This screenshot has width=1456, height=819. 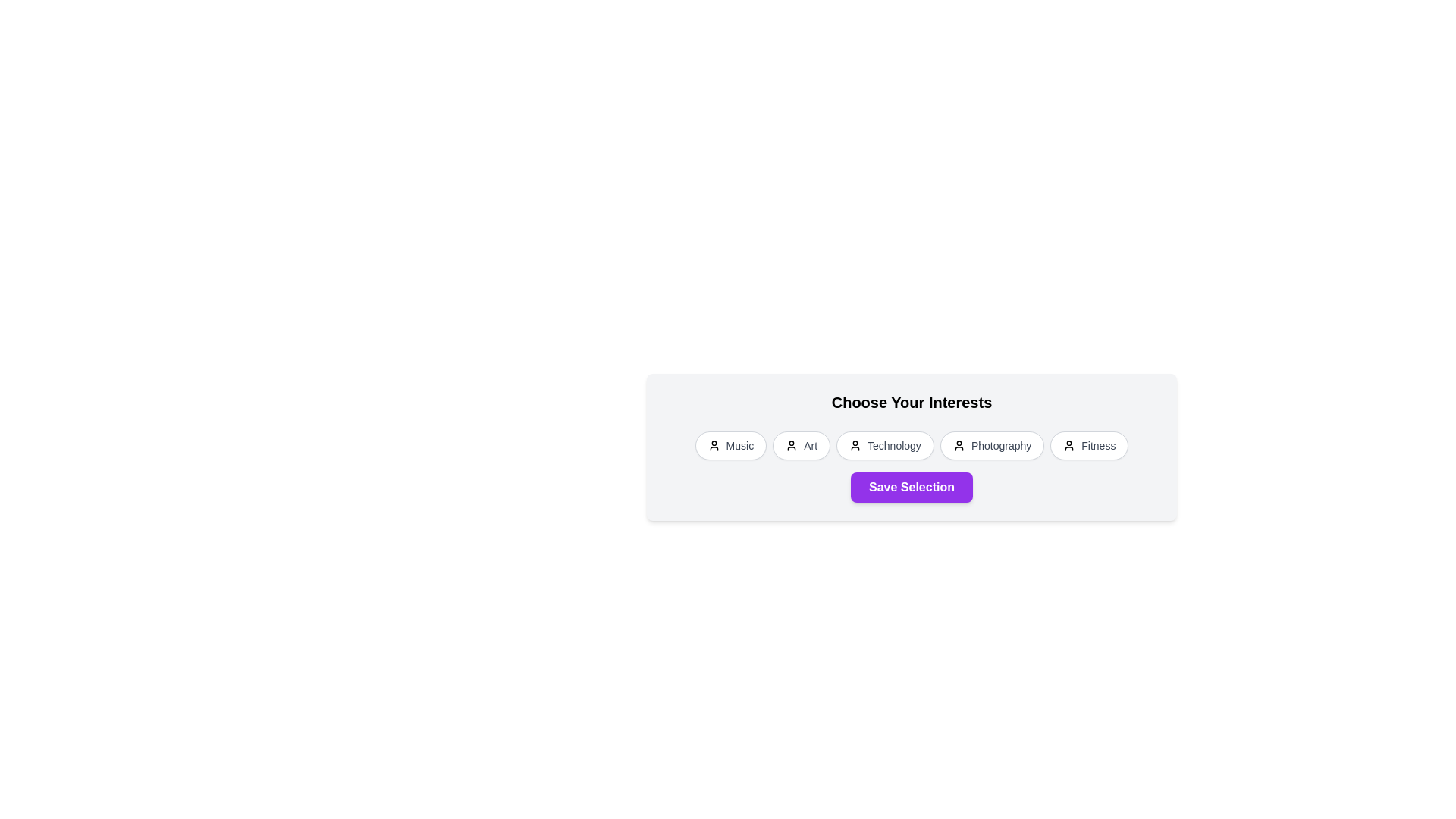 I want to click on the interest chip labeled Technology by clicking on it, so click(x=885, y=444).